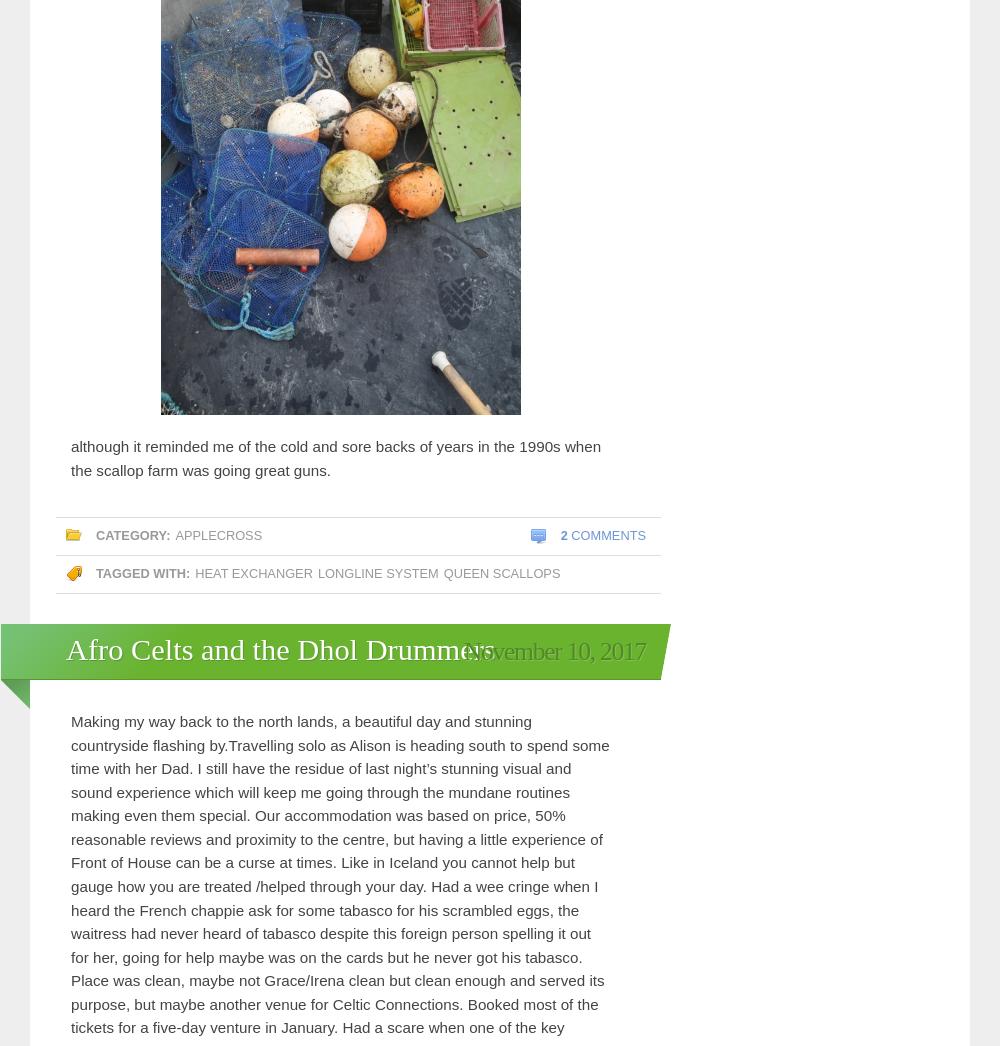 The width and height of the screenshot is (1000, 1046). What do you see at coordinates (133, 534) in the screenshot?
I see `'Category:'` at bounding box center [133, 534].